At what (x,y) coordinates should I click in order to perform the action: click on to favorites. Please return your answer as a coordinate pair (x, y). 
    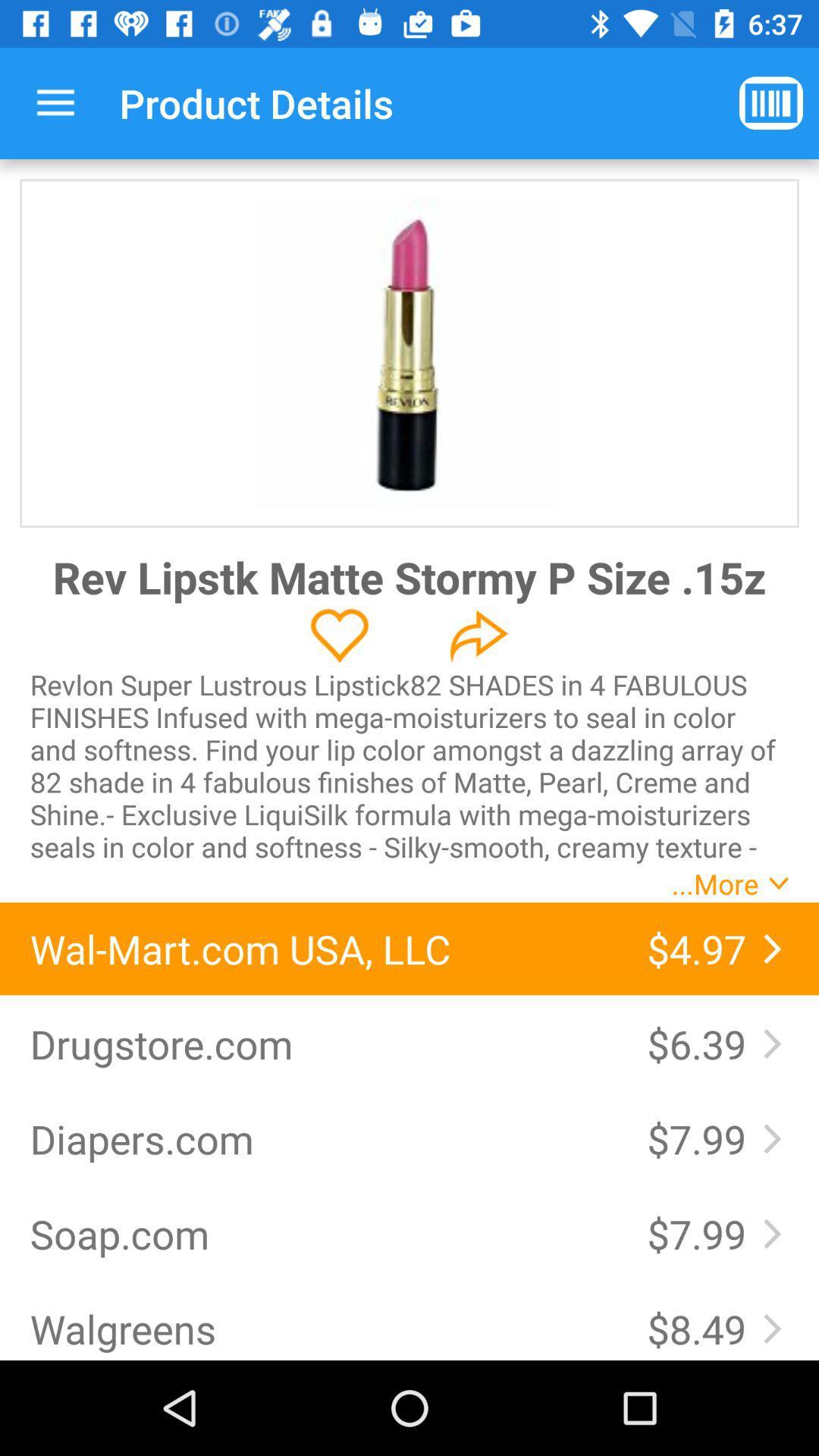
    Looking at the image, I should click on (339, 635).